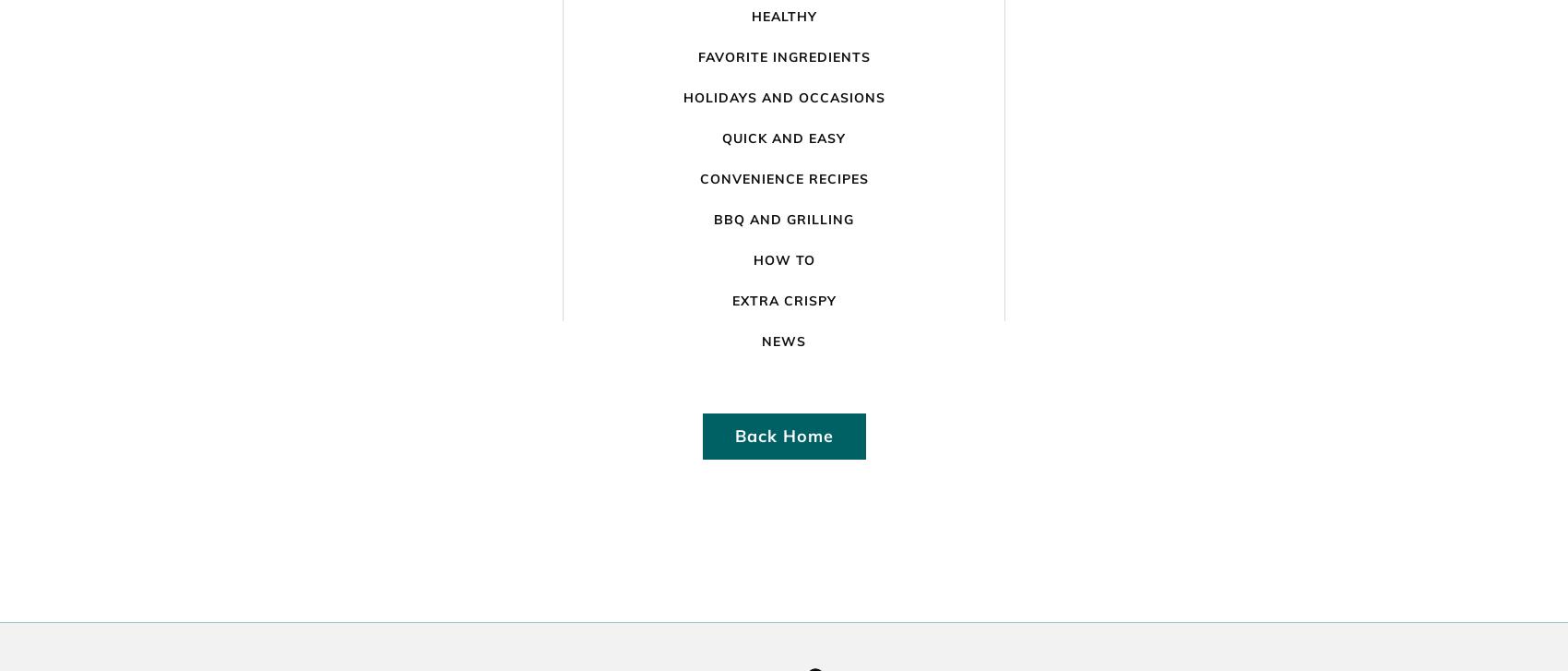 The image size is (1568, 671). What do you see at coordinates (782, 17) in the screenshot?
I see `'Healthy'` at bounding box center [782, 17].